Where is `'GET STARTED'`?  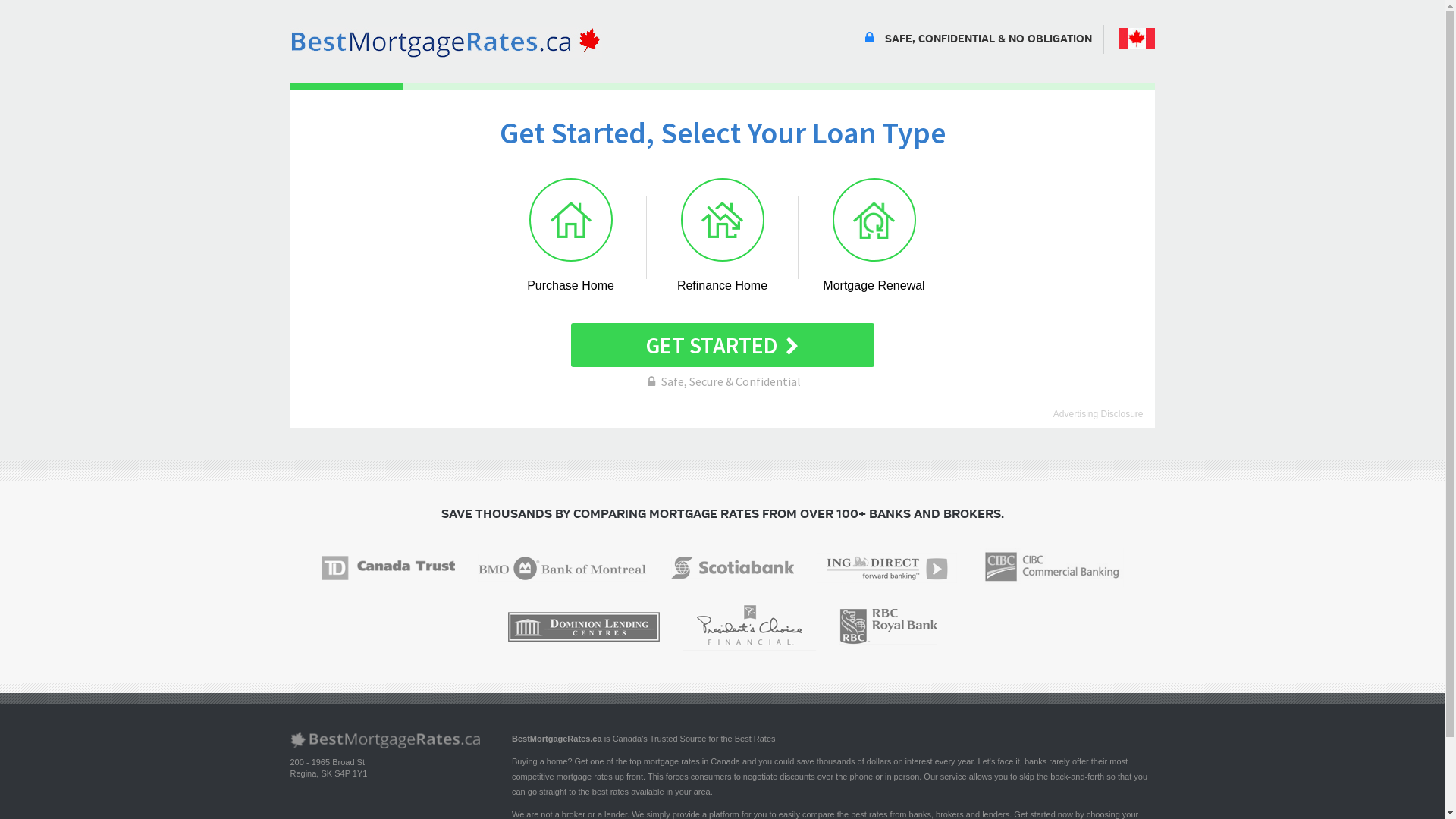 'GET STARTED' is located at coordinates (720, 345).